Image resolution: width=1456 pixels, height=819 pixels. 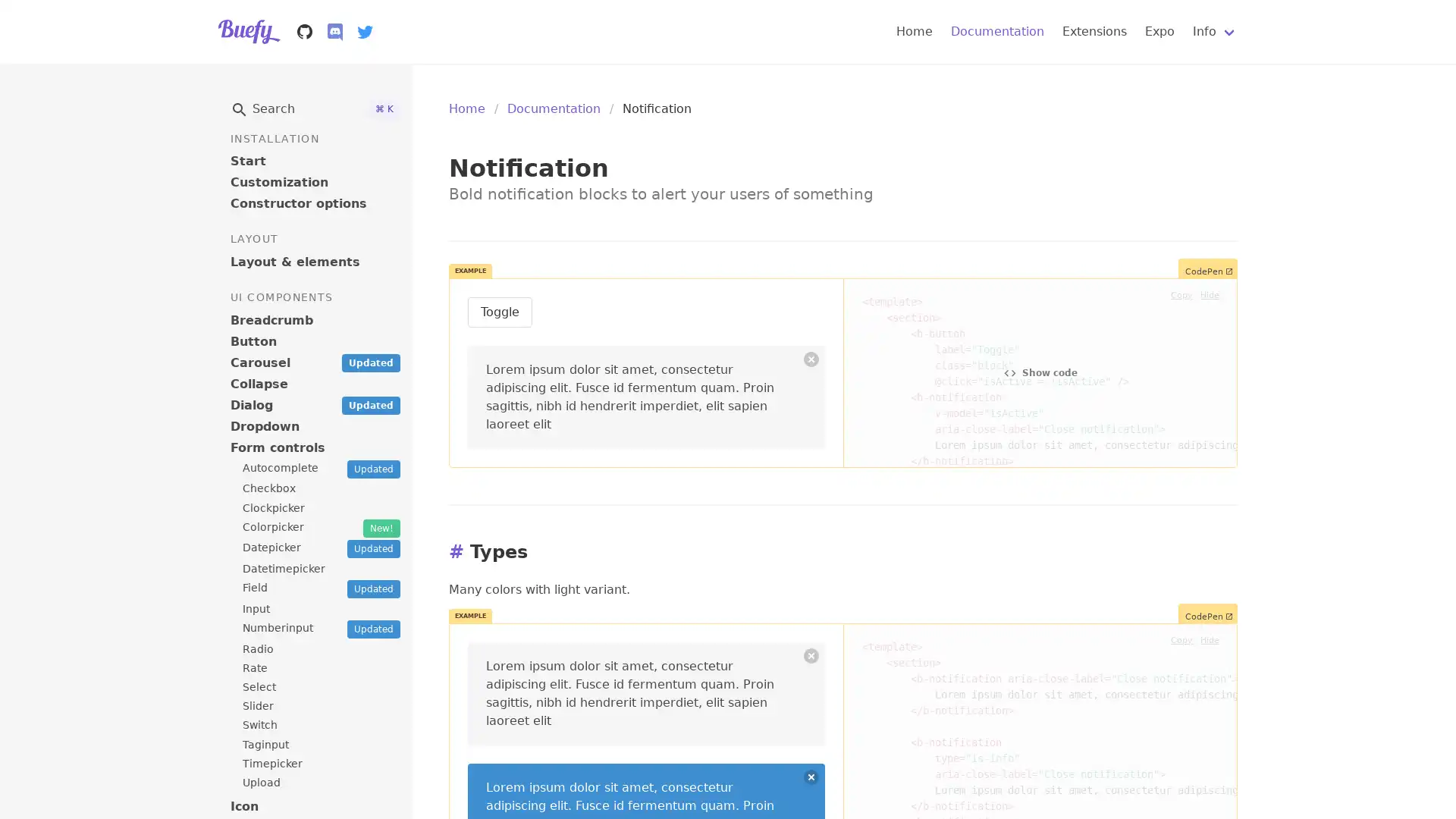 What do you see at coordinates (1209, 292) in the screenshot?
I see `Hide` at bounding box center [1209, 292].